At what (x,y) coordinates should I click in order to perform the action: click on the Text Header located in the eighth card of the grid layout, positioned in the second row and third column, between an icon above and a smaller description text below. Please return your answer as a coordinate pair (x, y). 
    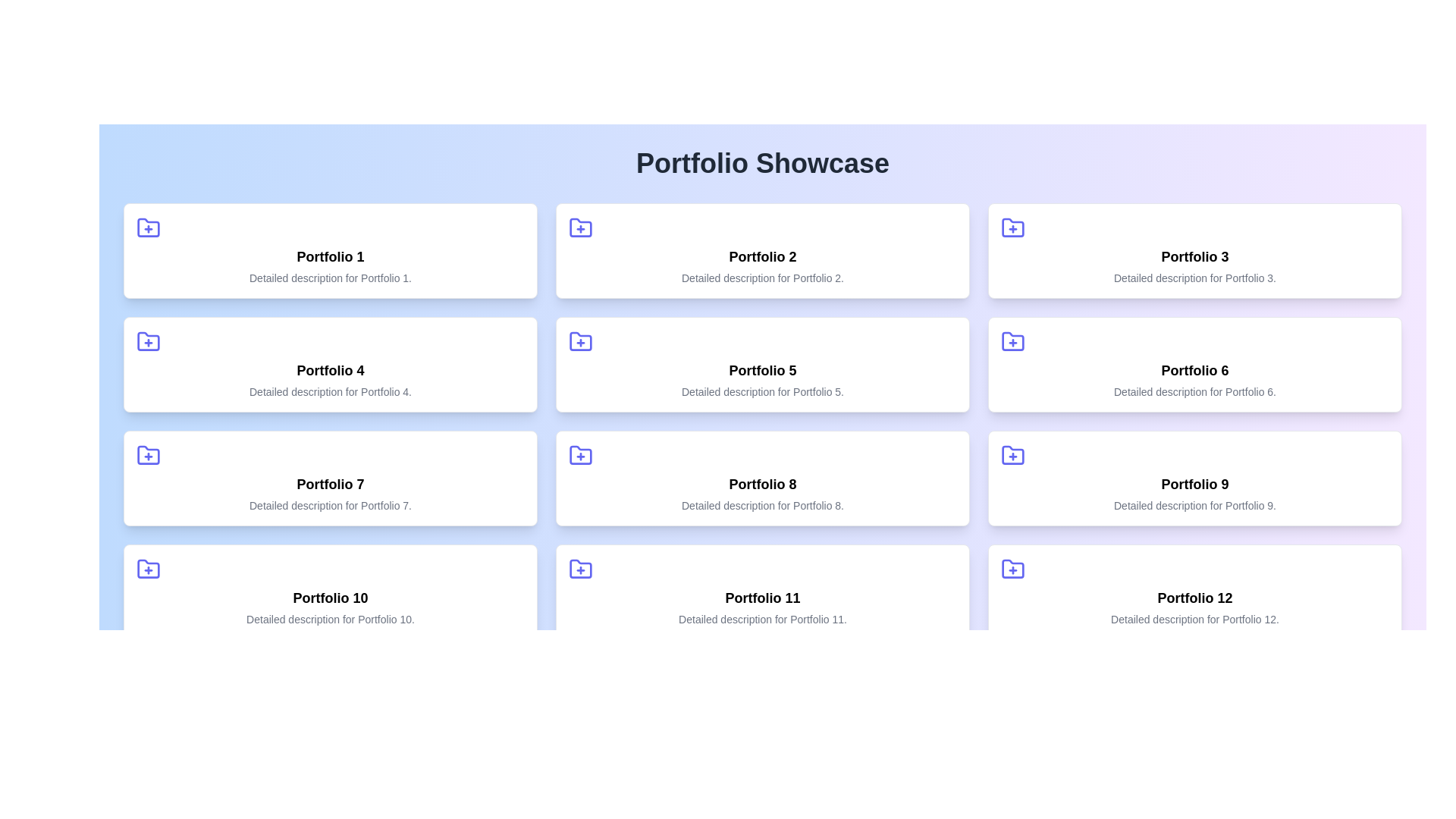
    Looking at the image, I should click on (763, 485).